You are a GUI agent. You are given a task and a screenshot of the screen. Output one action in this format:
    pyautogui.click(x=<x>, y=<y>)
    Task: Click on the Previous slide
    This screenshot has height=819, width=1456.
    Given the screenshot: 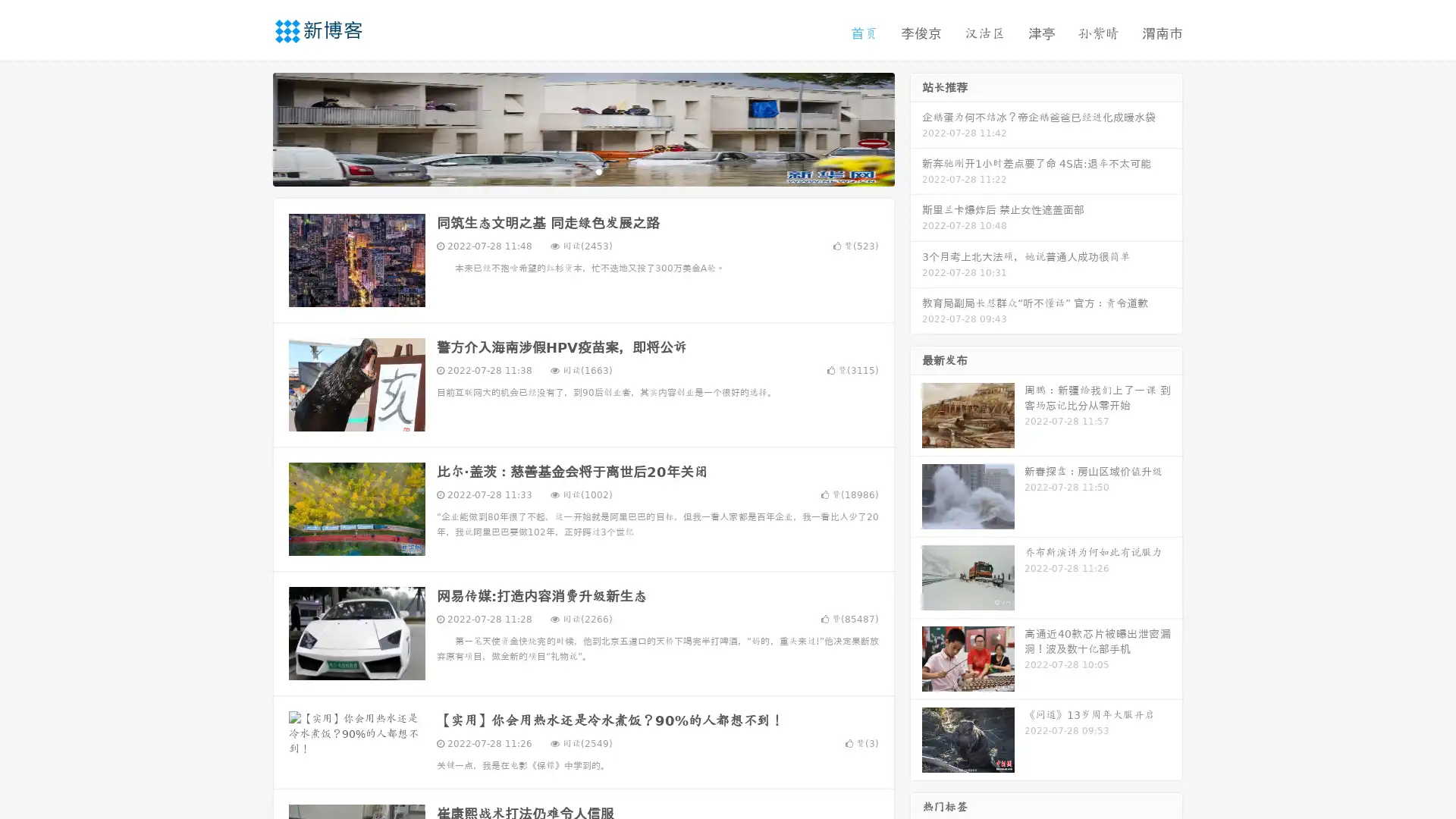 What is the action you would take?
    pyautogui.click(x=250, y=127)
    